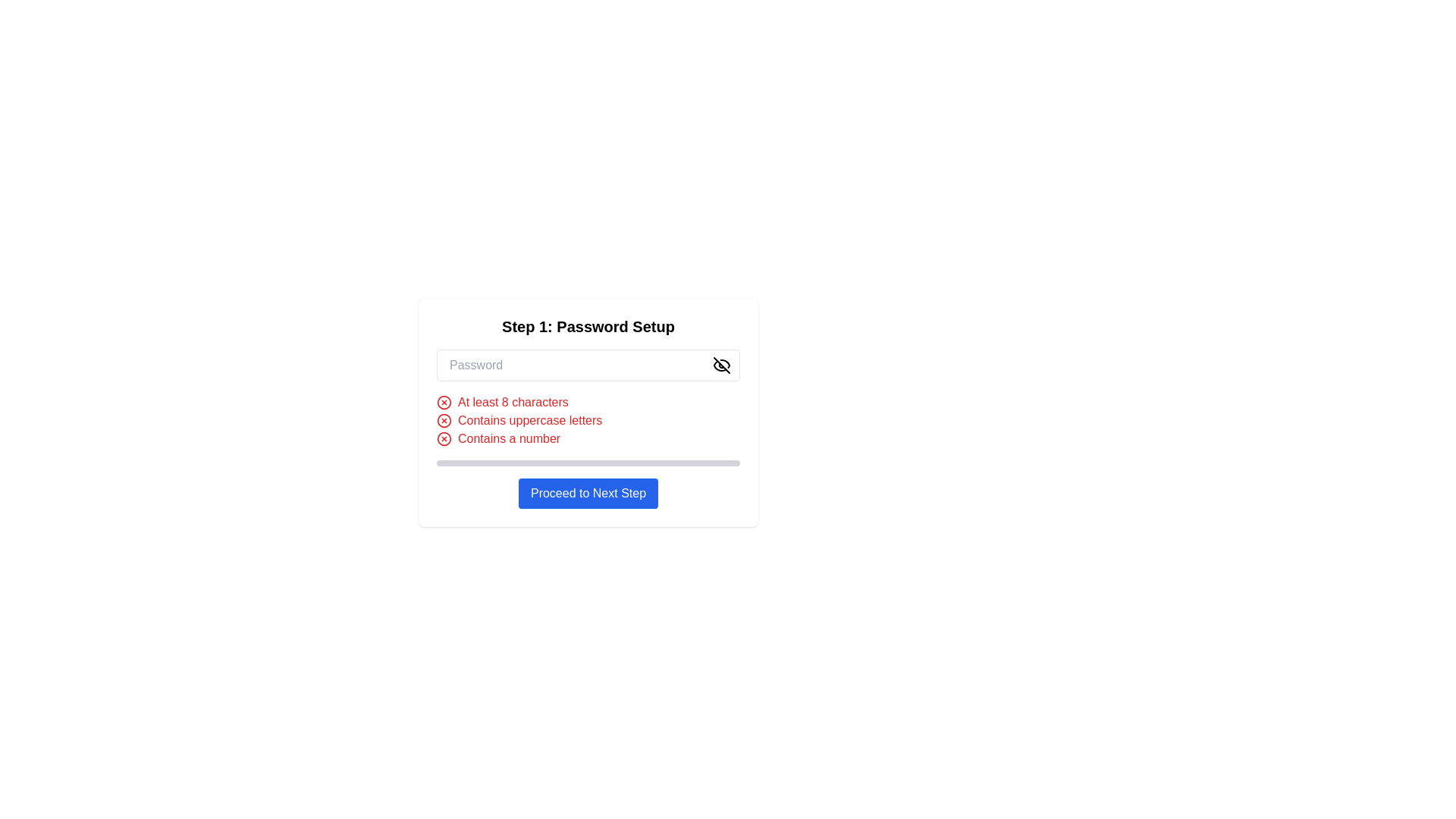  Describe the element at coordinates (443, 421) in the screenshot. I see `the password validation icon indicating that the password does not meet the criteria for containing uppercase letters, which is the first icon in the group next to the text 'Contains uppercase letters'` at that location.